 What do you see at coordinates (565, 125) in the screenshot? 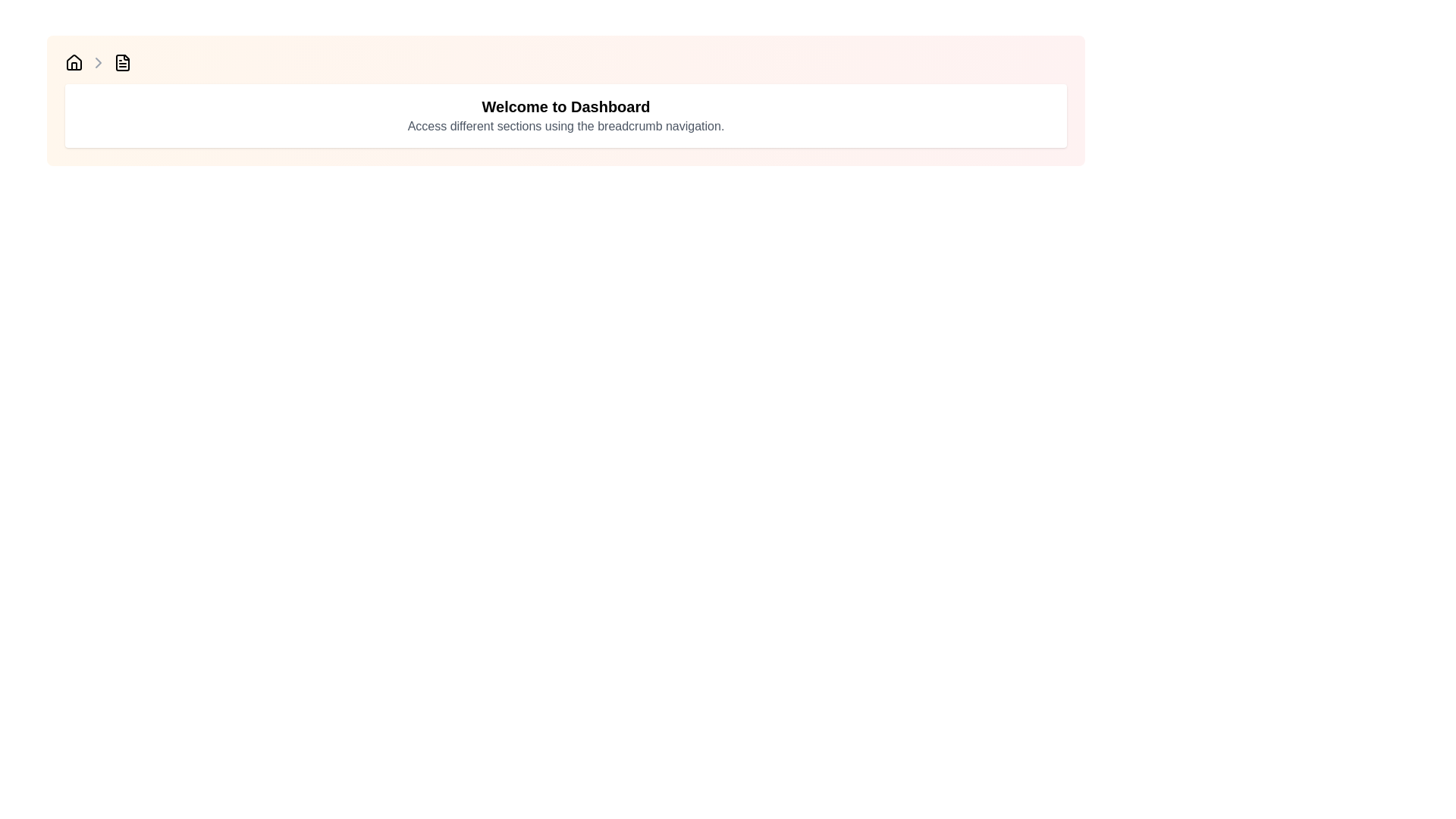
I see `the light gray text stating 'Access different sections using the breadcrumb navigation.' which is positioned directly beneath the 'Welcome to Dashboard' heading` at bounding box center [565, 125].